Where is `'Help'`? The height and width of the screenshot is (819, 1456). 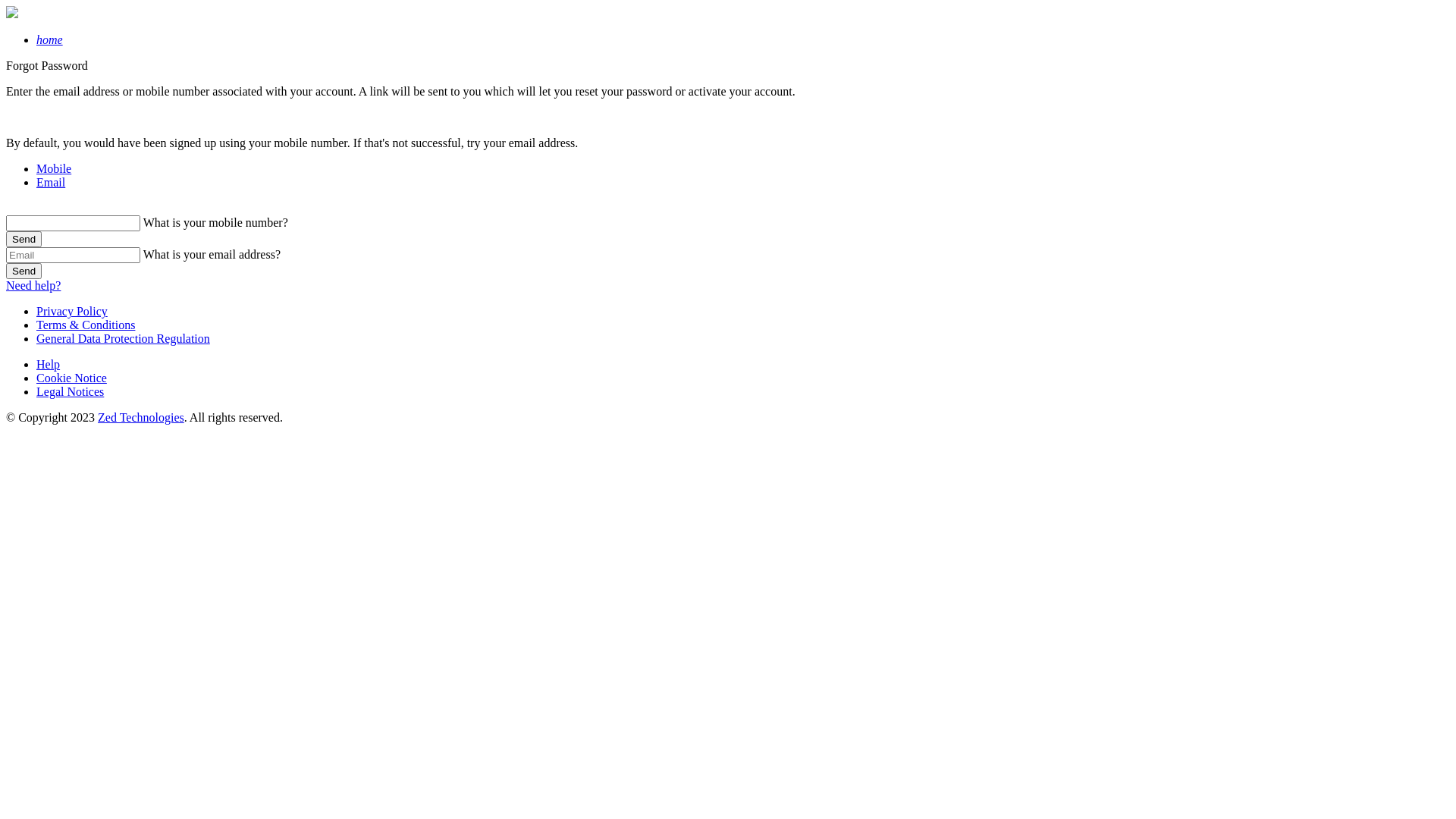
'Help' is located at coordinates (48, 364).